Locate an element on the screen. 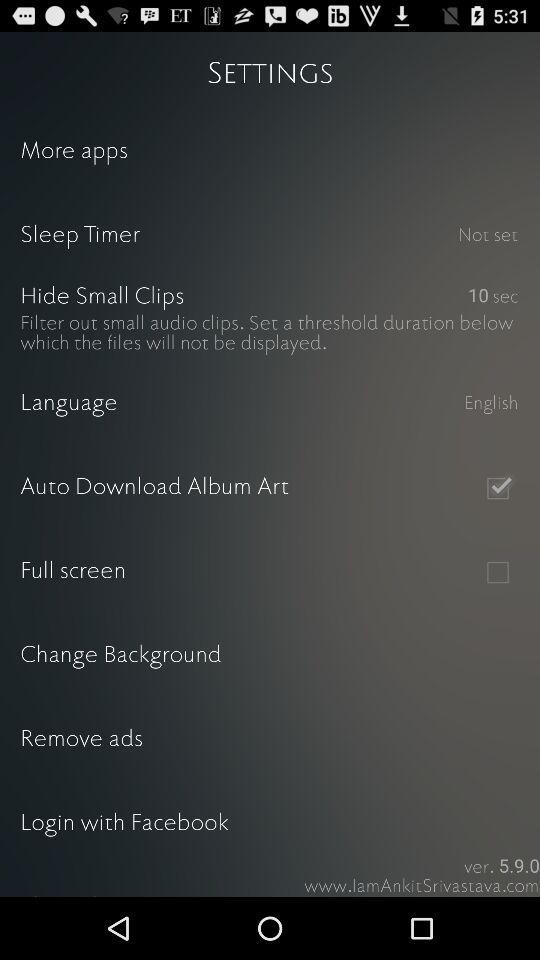 The height and width of the screenshot is (960, 540). more apps icon is located at coordinates (270, 151).